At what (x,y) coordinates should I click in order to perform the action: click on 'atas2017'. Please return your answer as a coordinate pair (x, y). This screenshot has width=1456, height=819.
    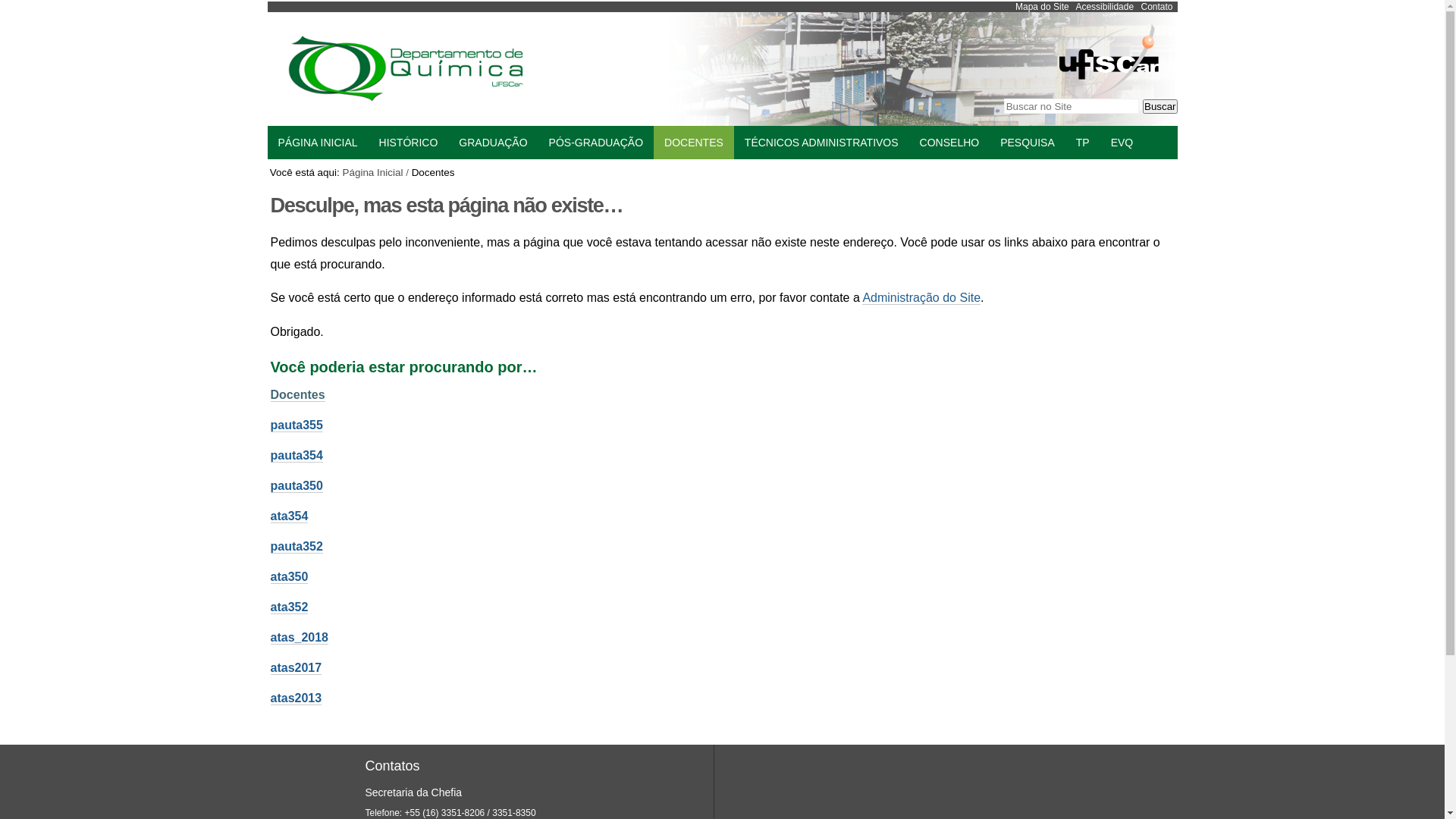
    Looking at the image, I should click on (295, 667).